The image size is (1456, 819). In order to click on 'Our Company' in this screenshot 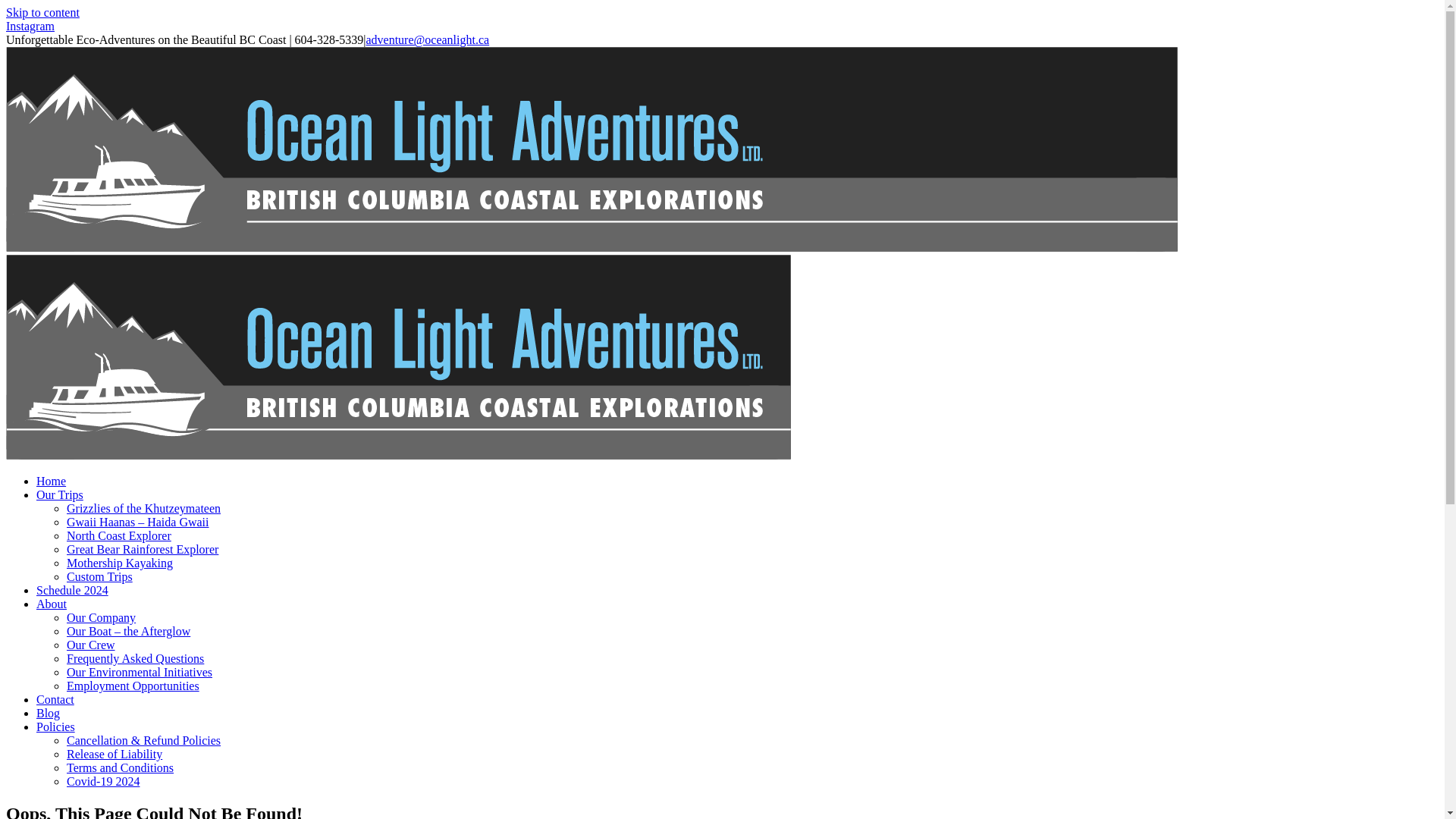, I will do `click(100, 617)`.